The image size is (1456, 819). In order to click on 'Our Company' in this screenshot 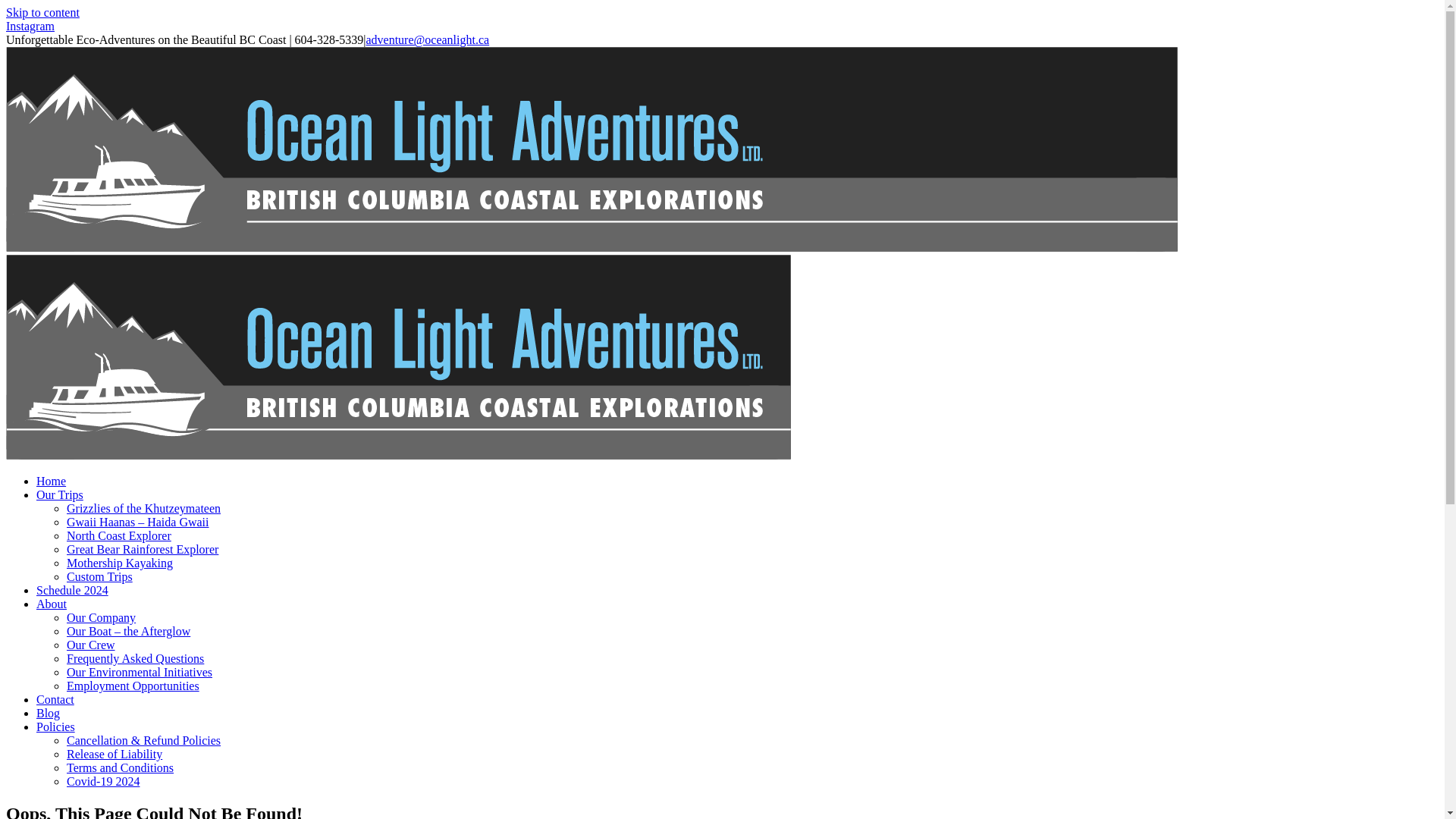, I will do `click(100, 617)`.